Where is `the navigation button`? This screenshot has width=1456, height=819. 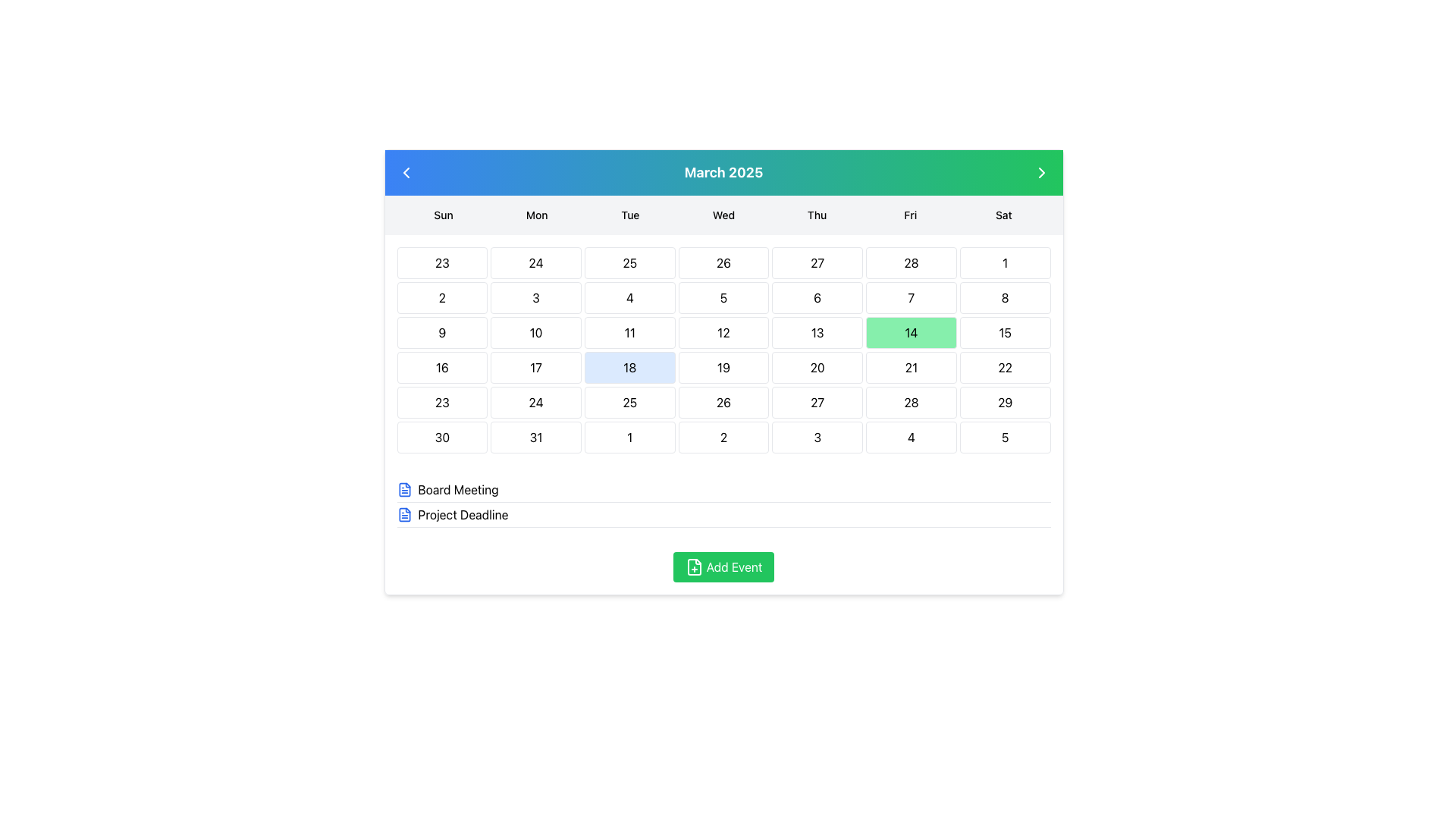 the navigation button is located at coordinates (1040, 171).